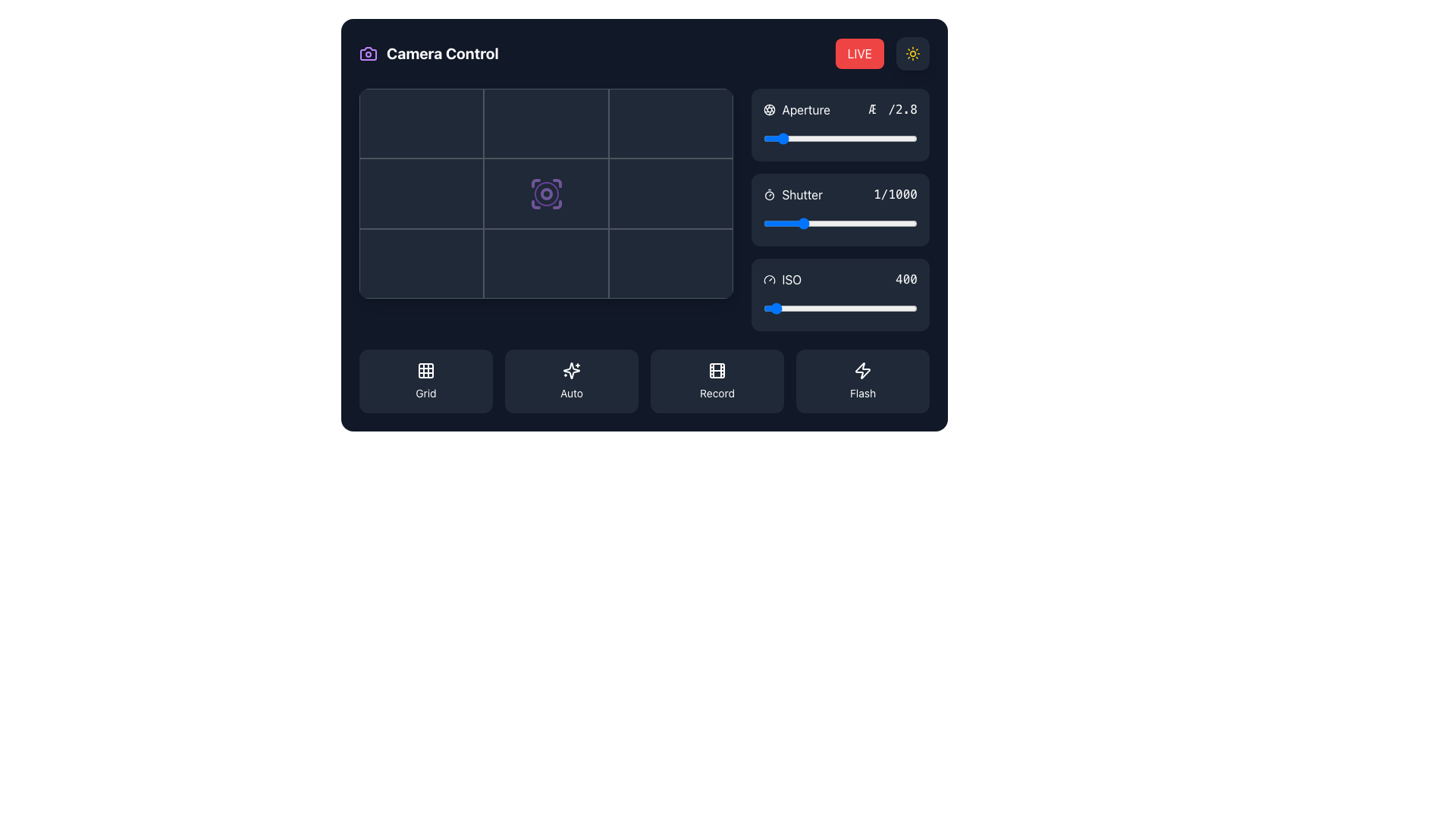  I want to click on the bottom-right grid cell of the 3x3 layout, so click(670, 263).